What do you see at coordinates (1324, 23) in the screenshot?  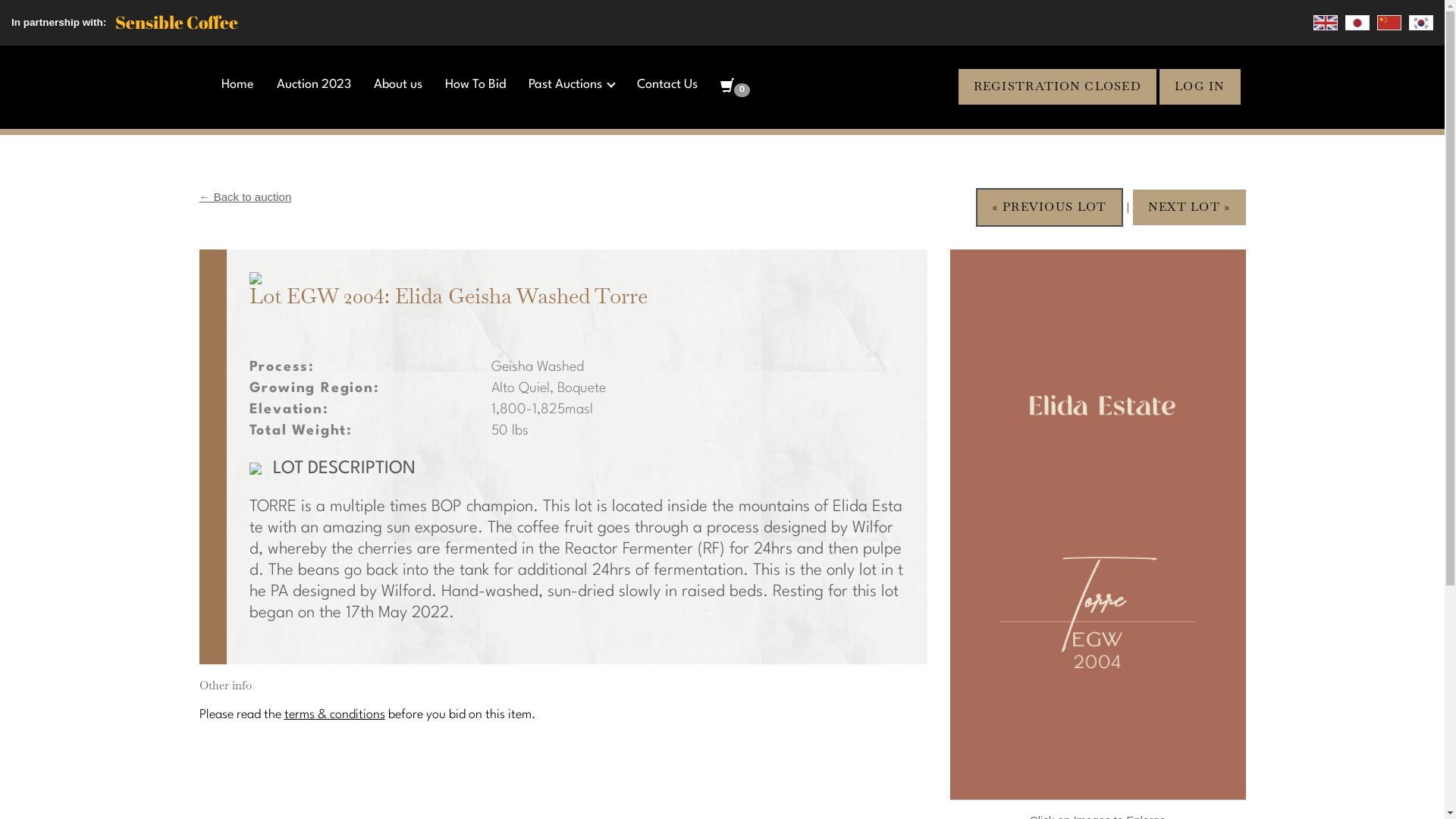 I see `'en'` at bounding box center [1324, 23].